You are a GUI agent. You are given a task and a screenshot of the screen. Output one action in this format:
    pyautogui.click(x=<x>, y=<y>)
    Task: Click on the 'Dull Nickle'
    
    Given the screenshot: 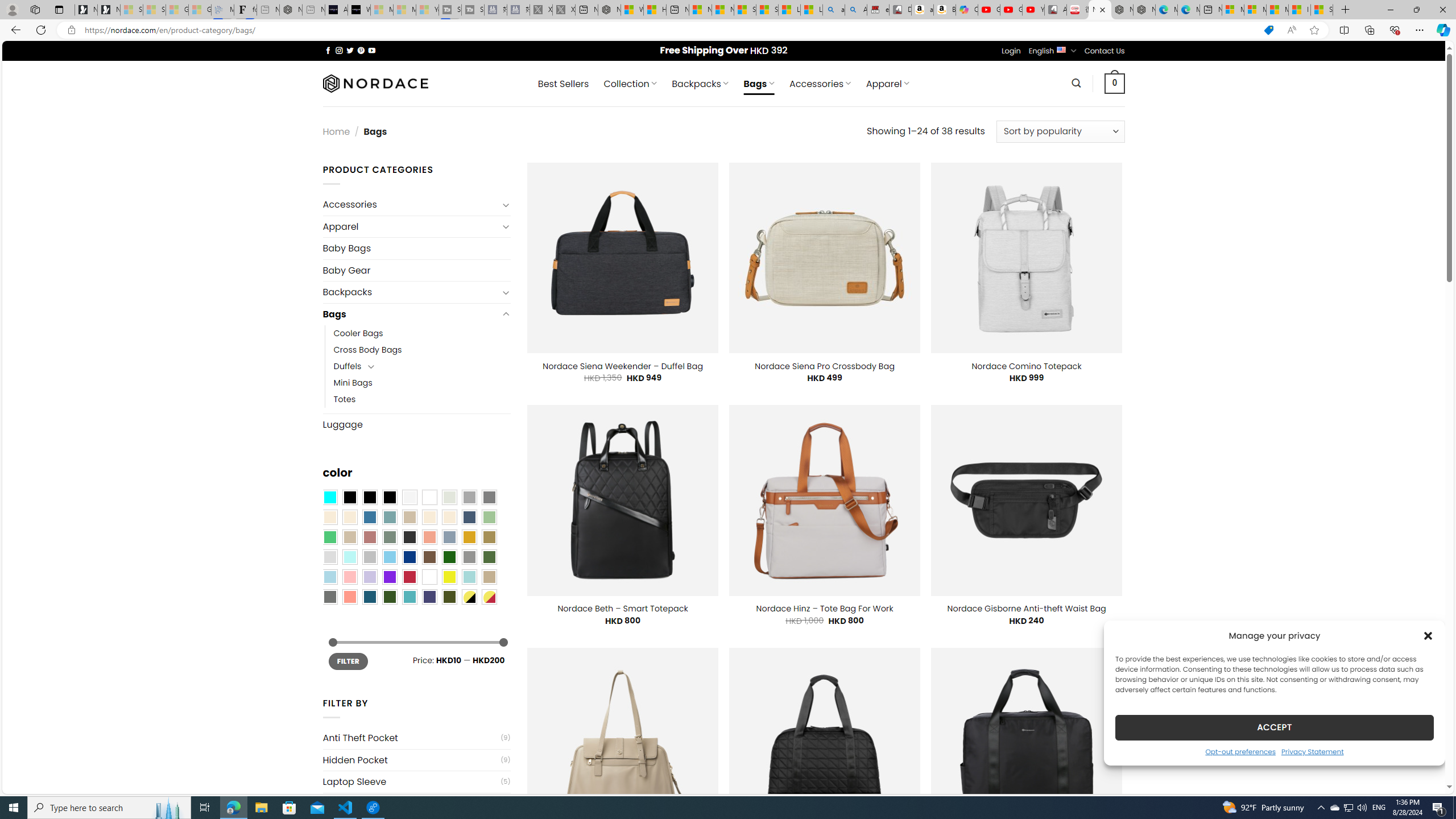 What is the action you would take?
    pyautogui.click(x=329, y=597)
    